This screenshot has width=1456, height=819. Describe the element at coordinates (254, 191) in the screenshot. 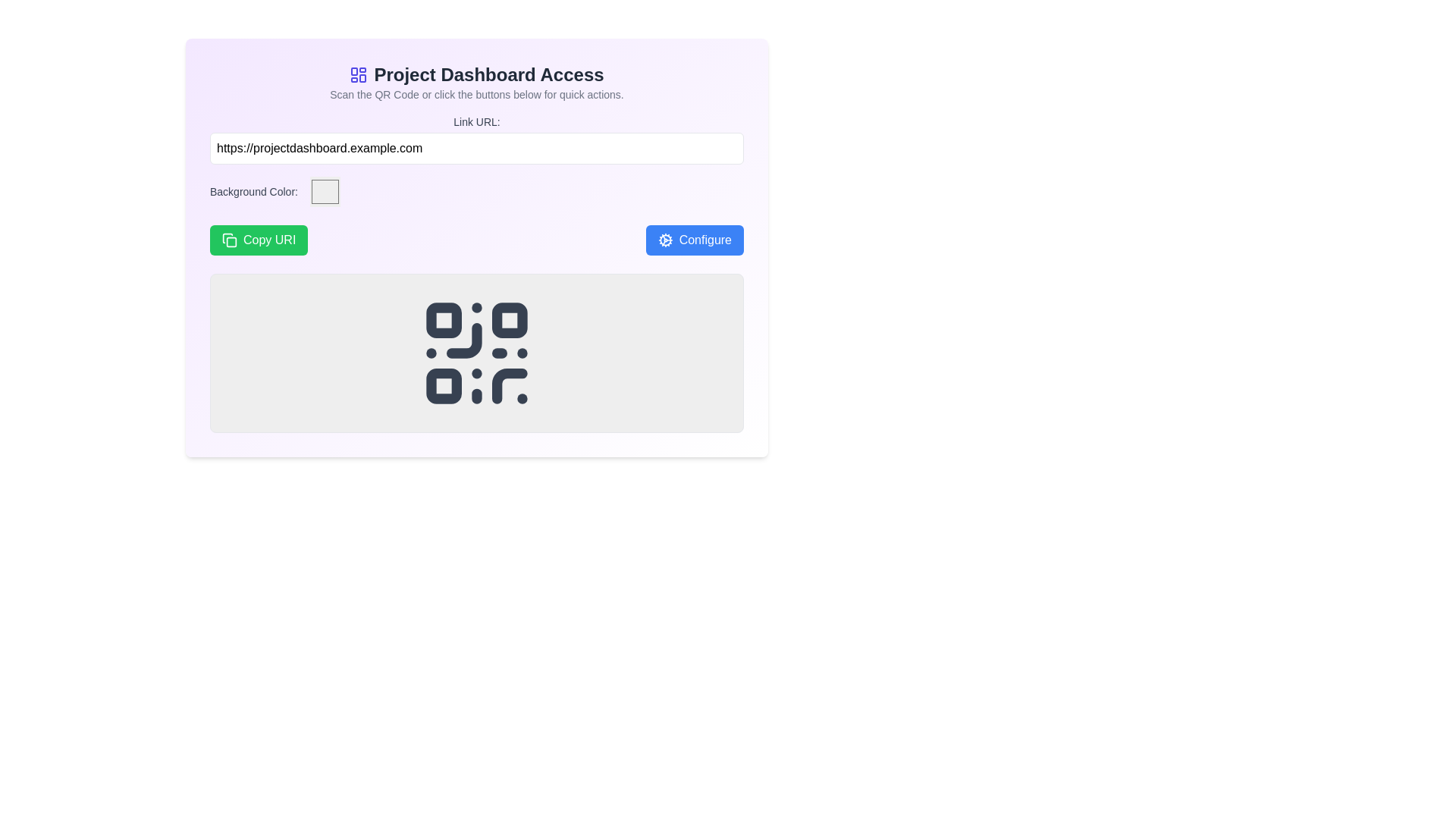

I see `the Text Label that indicates the function of the neighboring color picker box, located near the top-left corner of the page, under the URL input field and to the left of the color picker box` at that location.